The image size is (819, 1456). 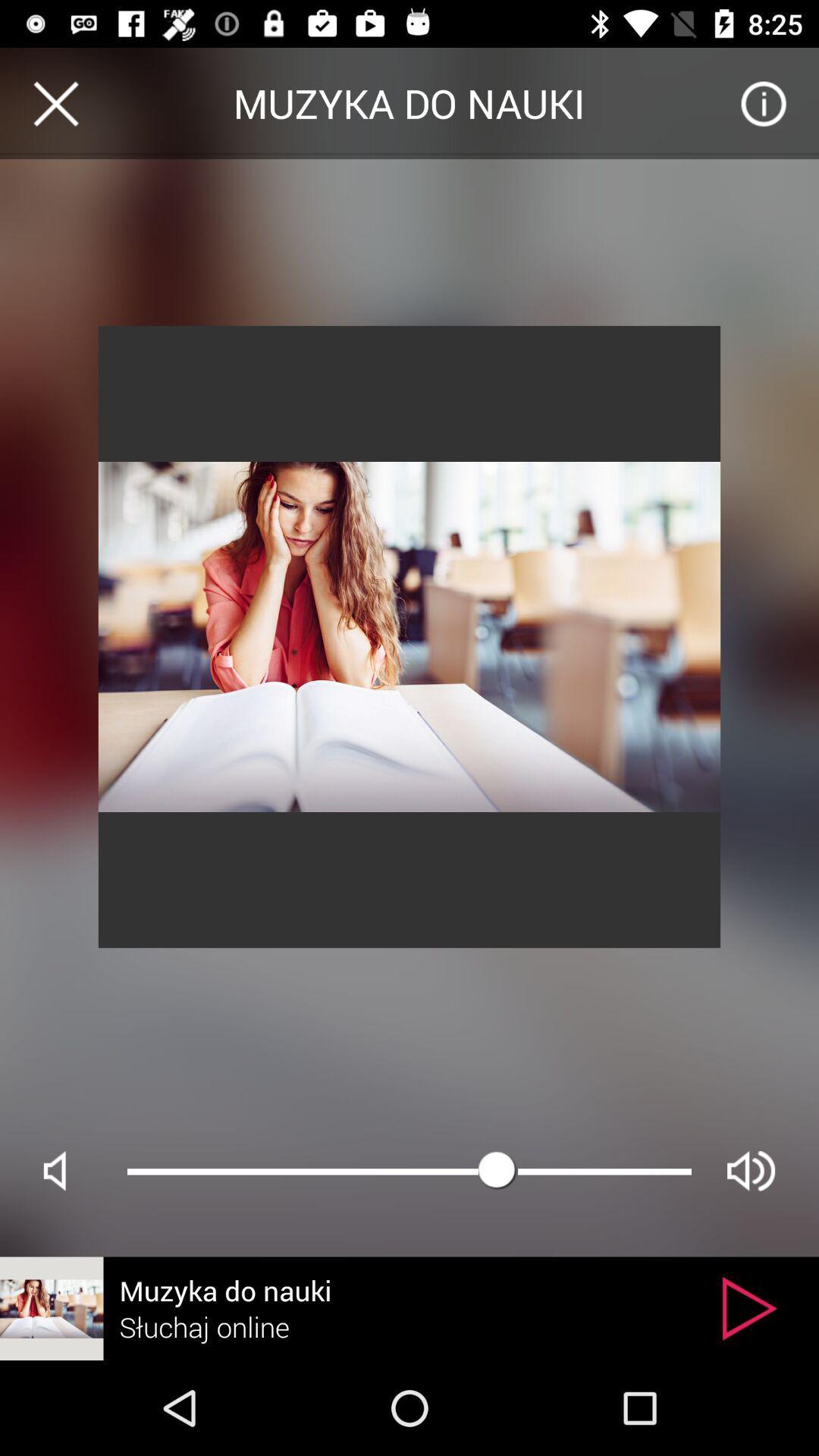 What do you see at coordinates (751, 1170) in the screenshot?
I see `the volume icon` at bounding box center [751, 1170].